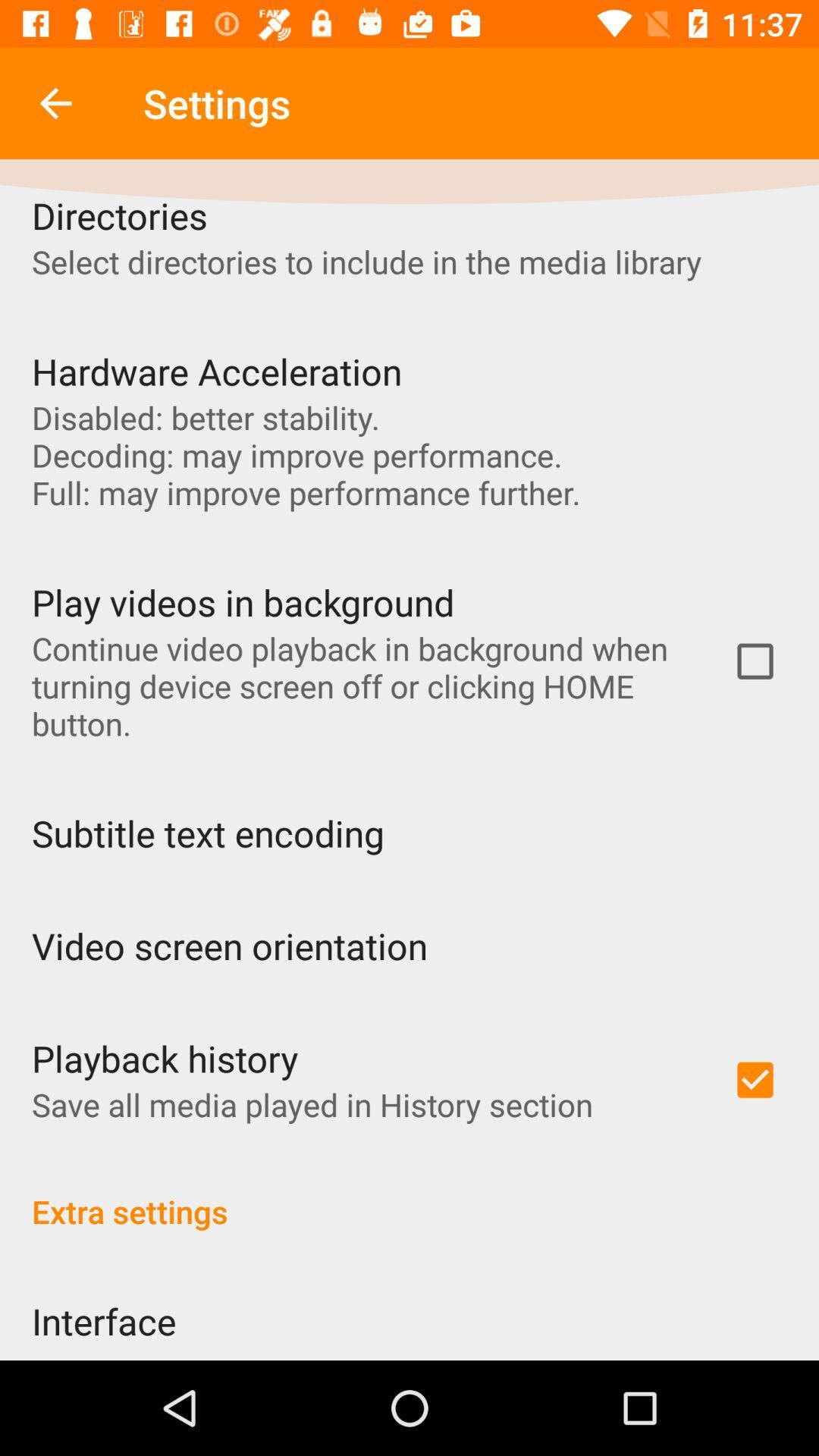  I want to click on the item above directories, so click(55, 102).